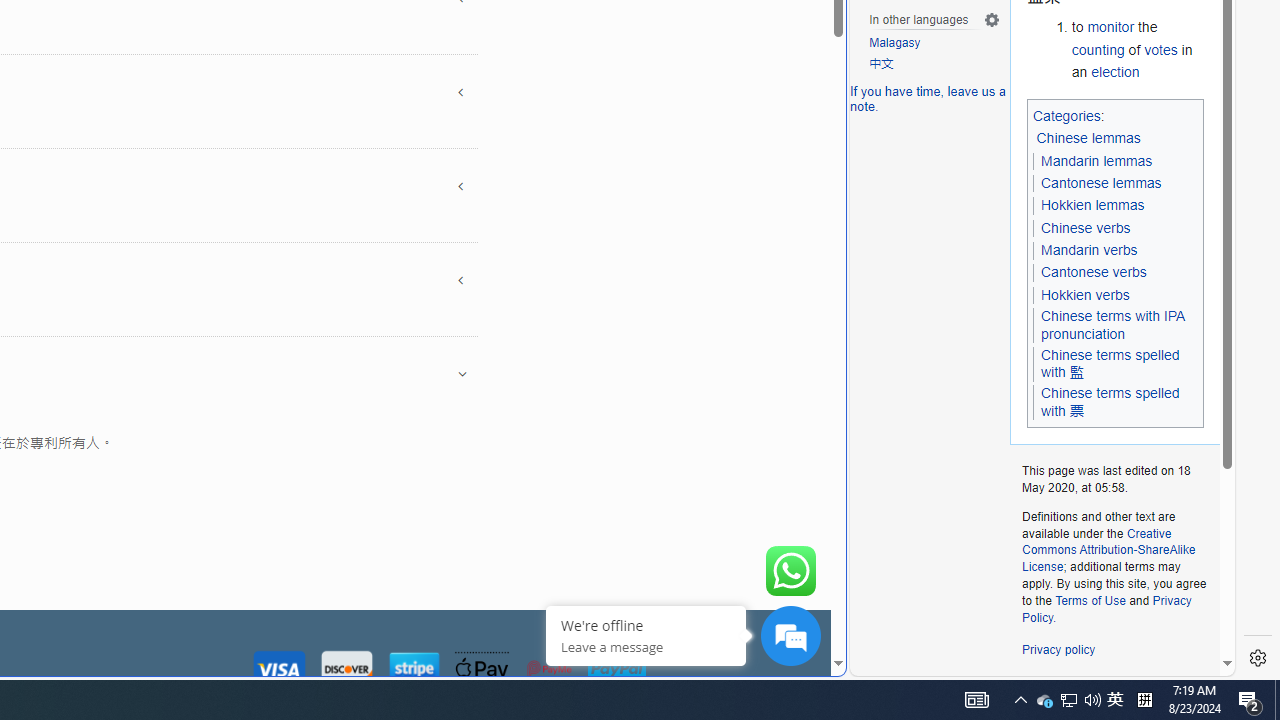  I want to click on 'Hokkien verbs', so click(1084, 294).